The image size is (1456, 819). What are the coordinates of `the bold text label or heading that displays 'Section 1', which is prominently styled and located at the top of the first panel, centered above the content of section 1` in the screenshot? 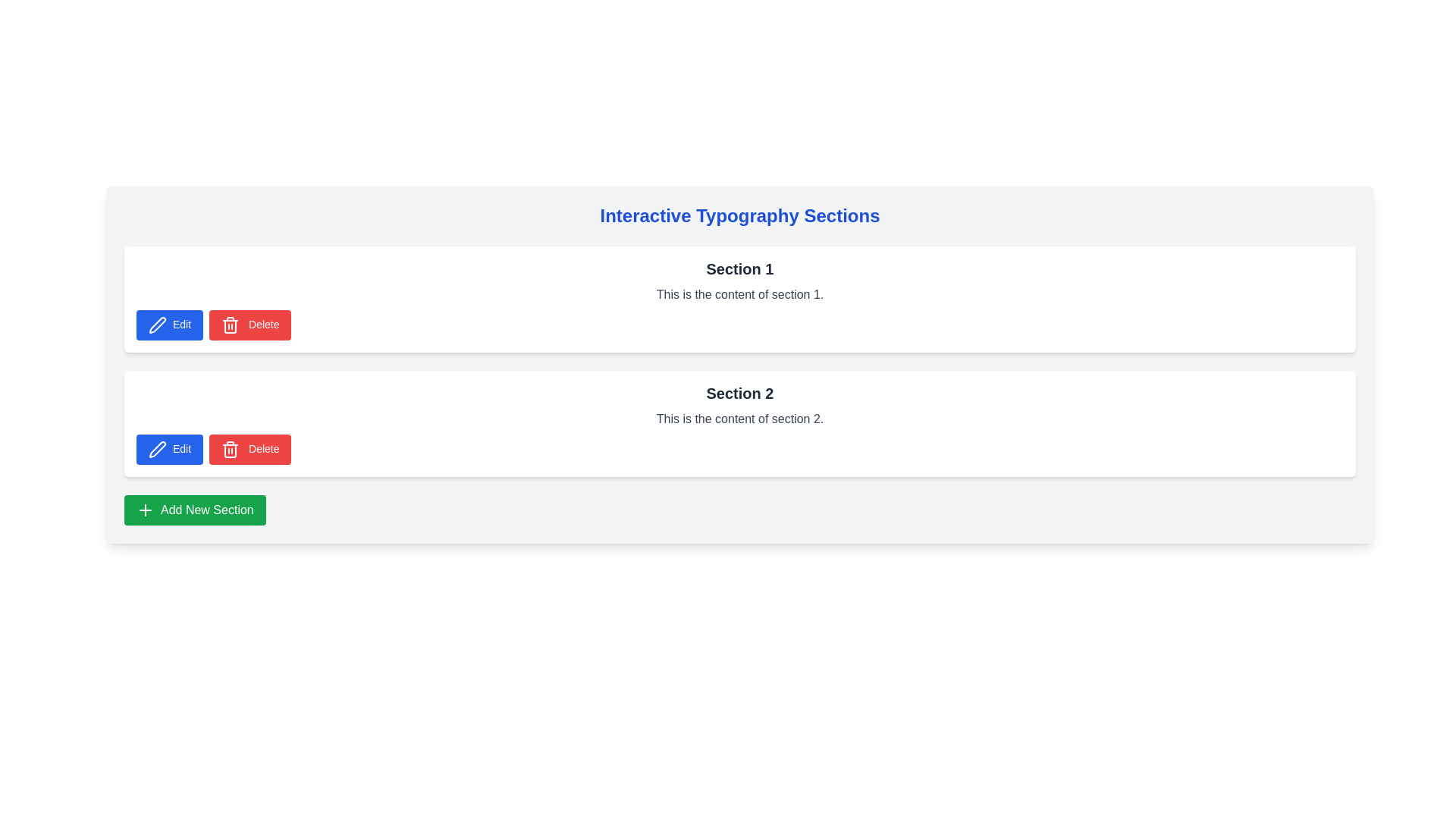 It's located at (739, 268).